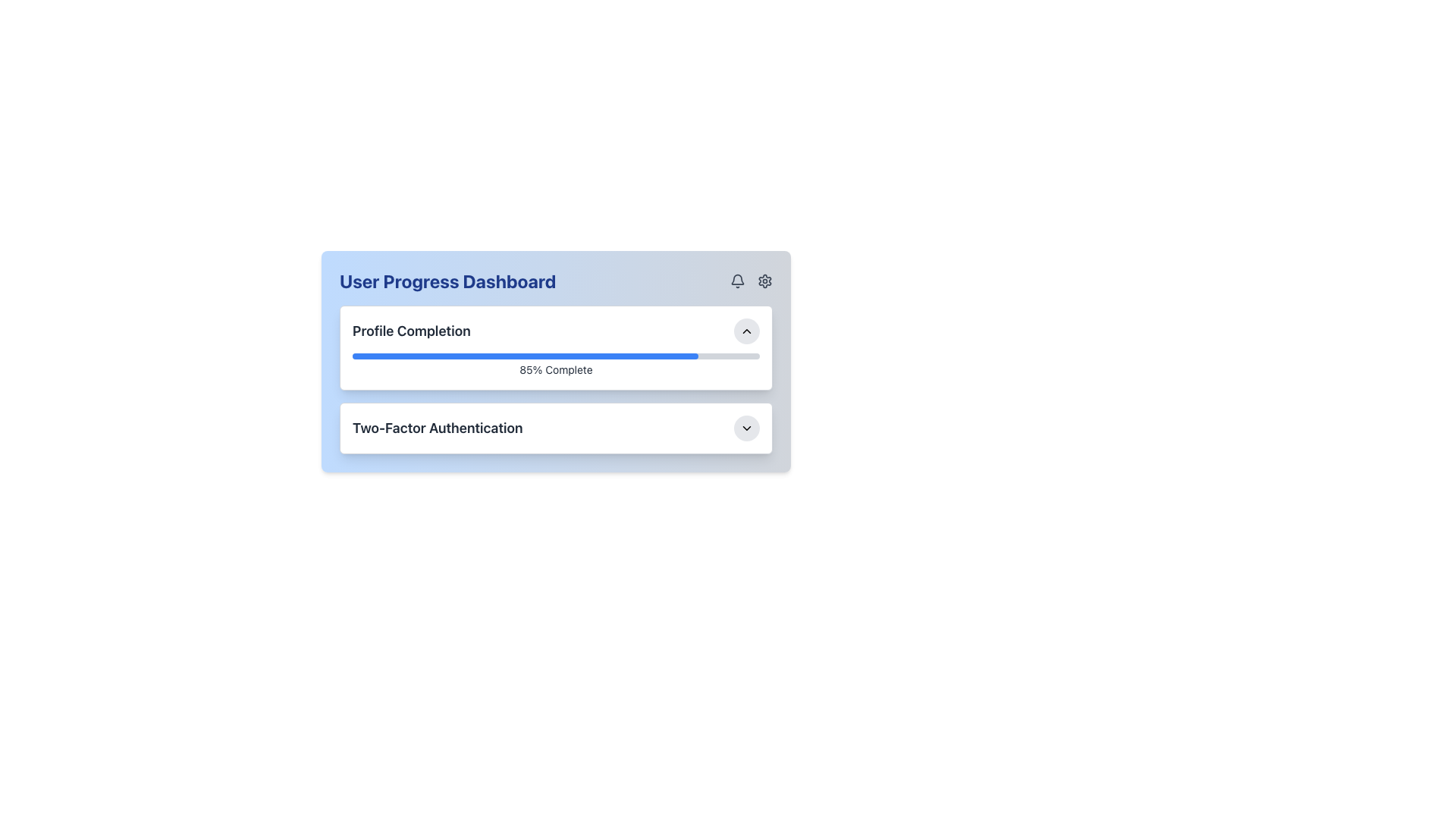  I want to click on the Dropdown Indicator Icon located at the far right end of the 'Two-Factor Authentication' section, so click(746, 428).